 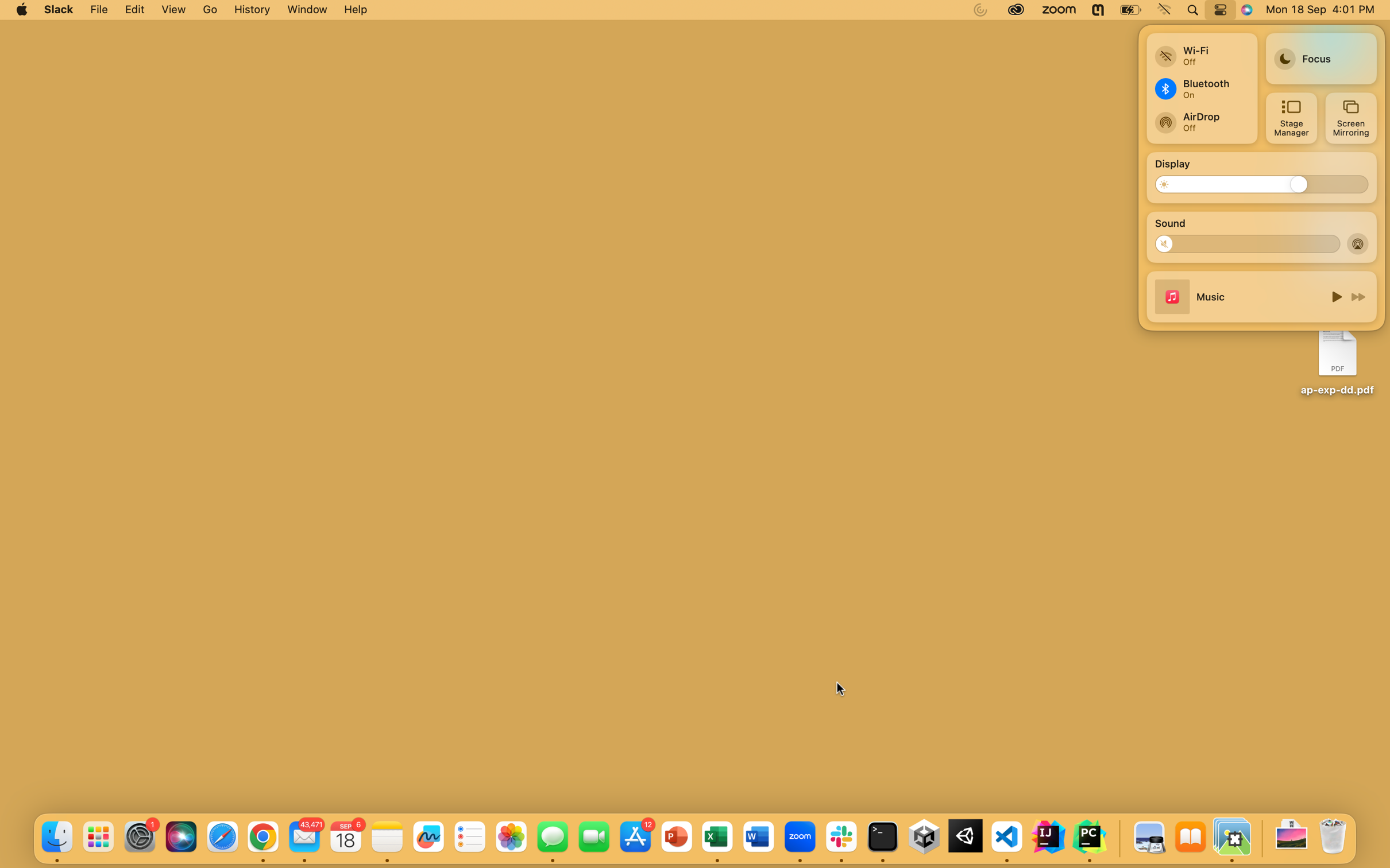 What do you see at coordinates (1200, 51) in the screenshot?
I see `Connect to a new wifi network` at bounding box center [1200, 51].